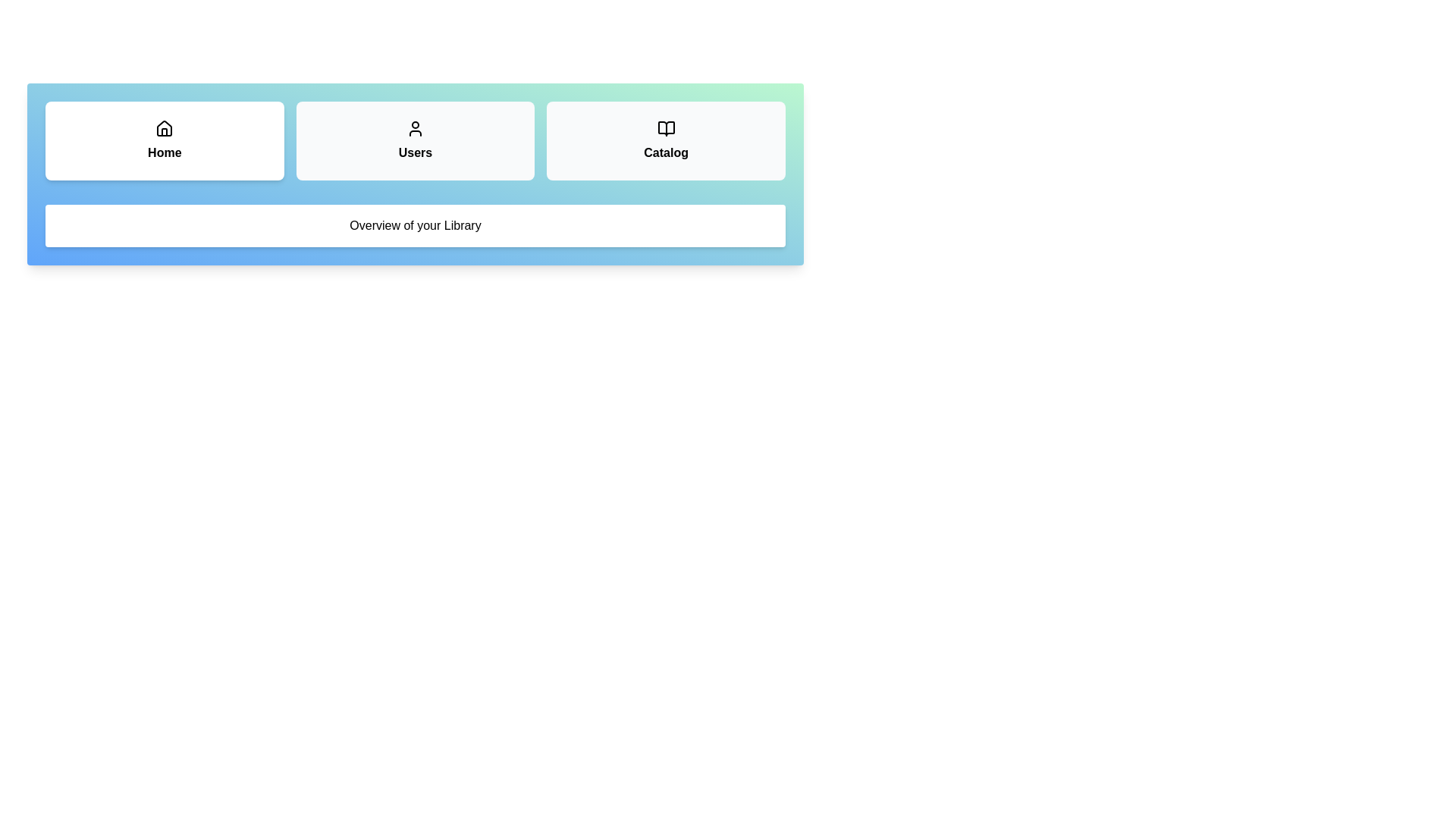 This screenshot has width=1456, height=819. Describe the element at coordinates (415, 140) in the screenshot. I see `the tab labeled Users to observe its hover effect` at that location.